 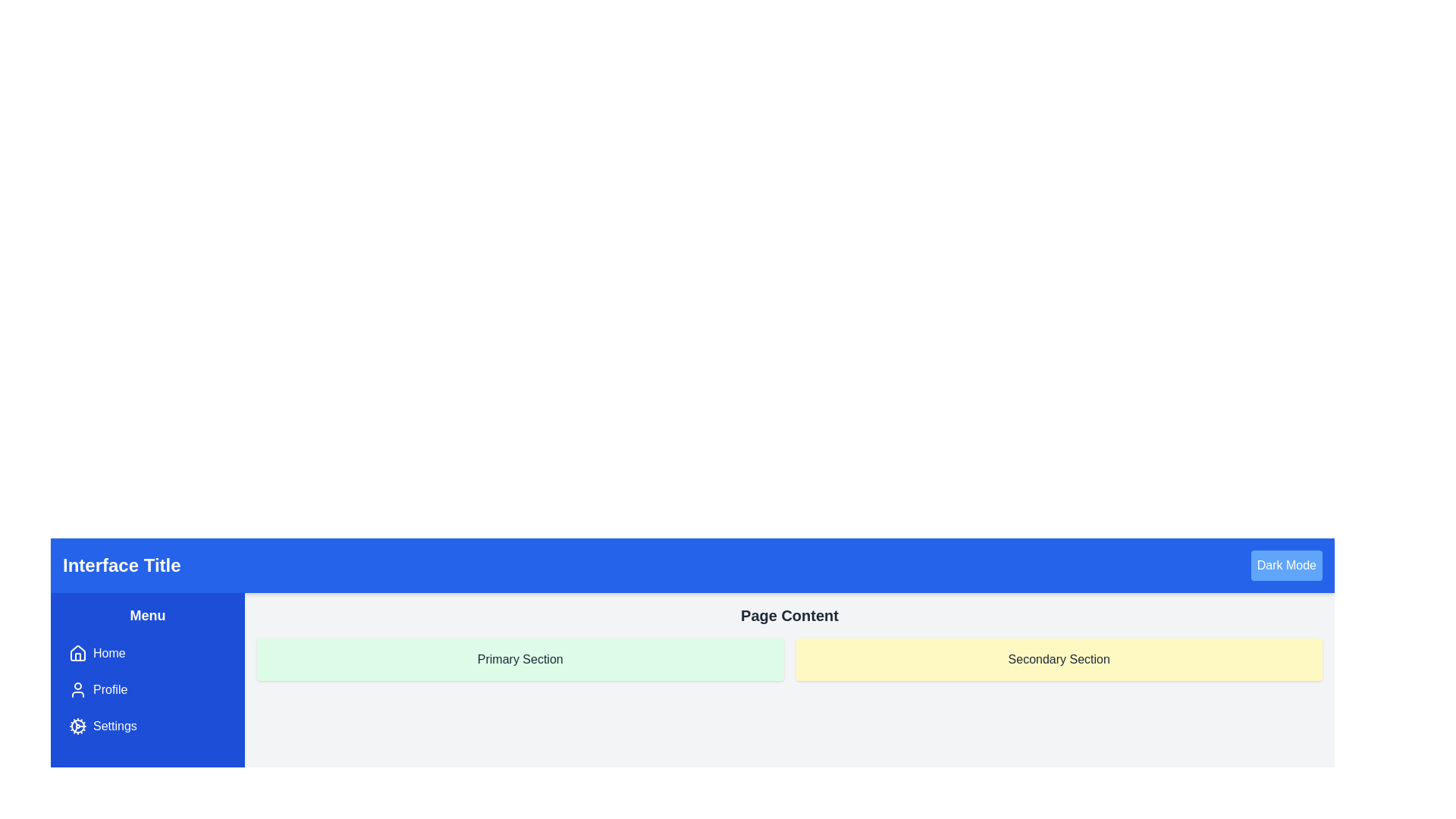 I want to click on the user silhouette icon located in the 'Profile' button of the vertical navigation menu on the left side of the interface, so click(x=77, y=690).